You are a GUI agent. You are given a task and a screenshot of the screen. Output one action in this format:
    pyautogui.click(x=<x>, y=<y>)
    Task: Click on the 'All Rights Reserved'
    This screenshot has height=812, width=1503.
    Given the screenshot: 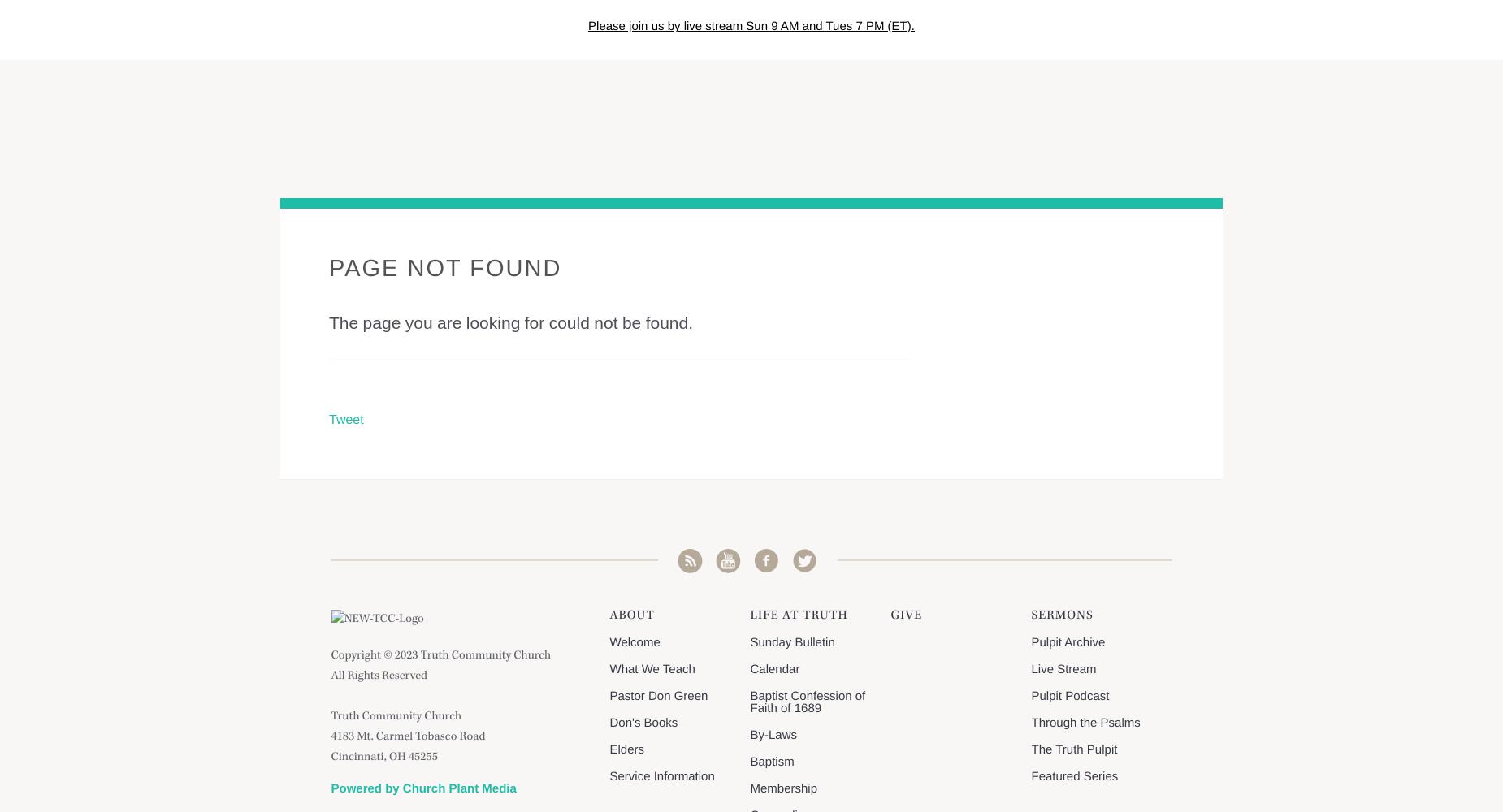 What is the action you would take?
    pyautogui.click(x=379, y=676)
    